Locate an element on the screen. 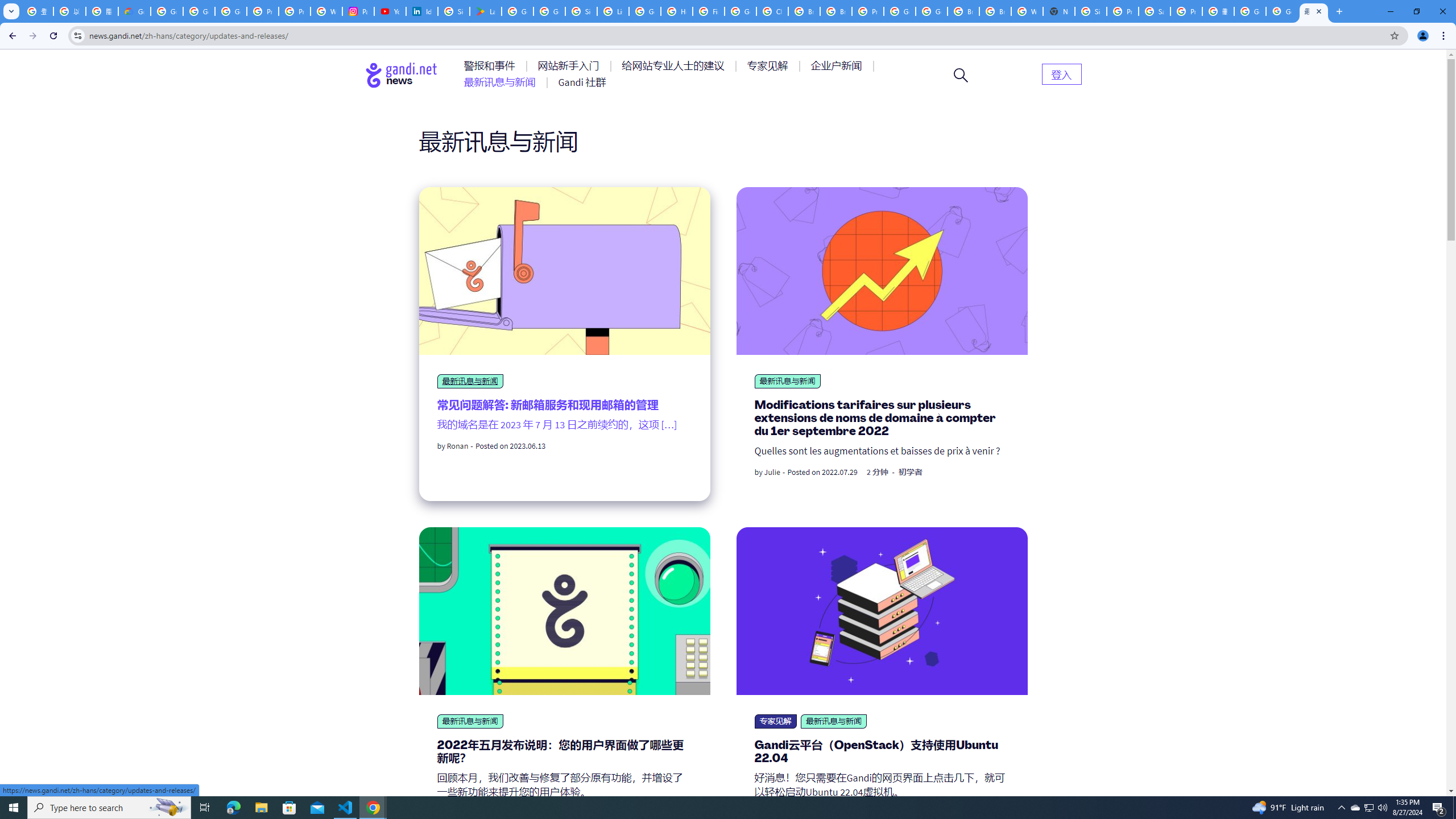 This screenshot has height=819, width=1456. 'AutomationID: menu-item-77761' is located at coordinates (491, 65).